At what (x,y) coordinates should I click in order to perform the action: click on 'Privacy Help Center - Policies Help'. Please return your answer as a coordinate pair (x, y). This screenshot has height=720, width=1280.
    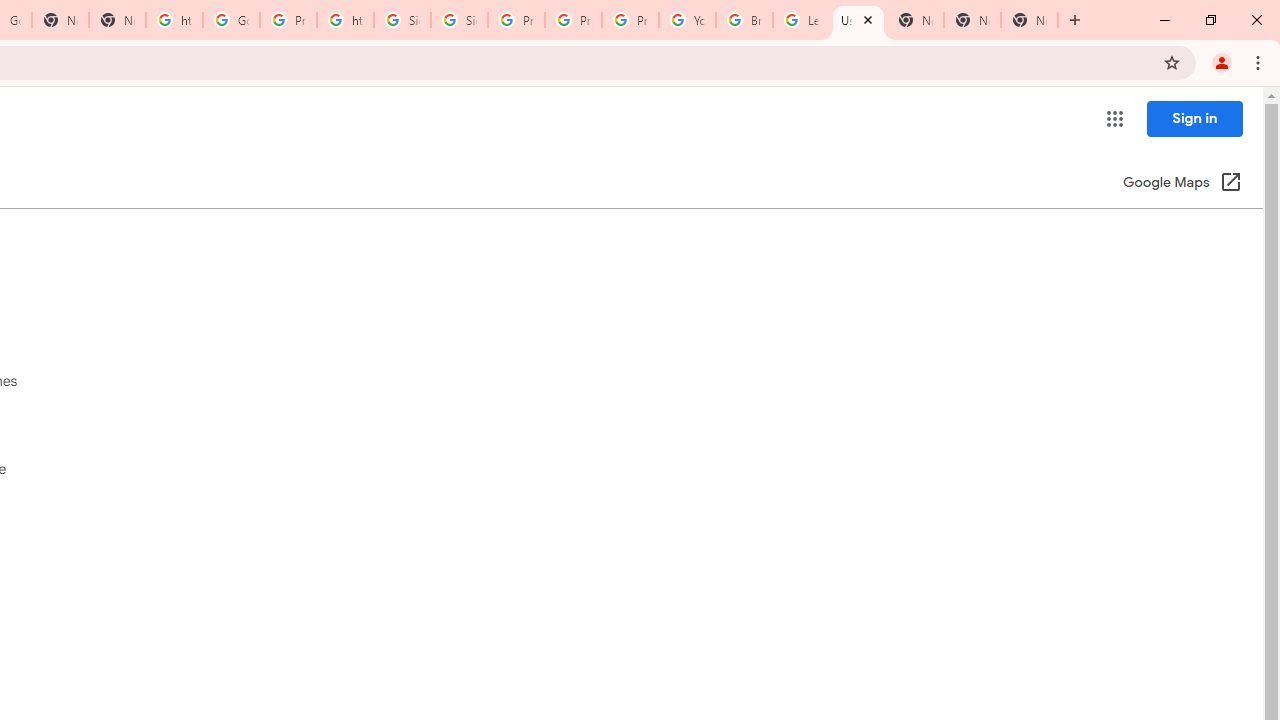
    Looking at the image, I should click on (572, 20).